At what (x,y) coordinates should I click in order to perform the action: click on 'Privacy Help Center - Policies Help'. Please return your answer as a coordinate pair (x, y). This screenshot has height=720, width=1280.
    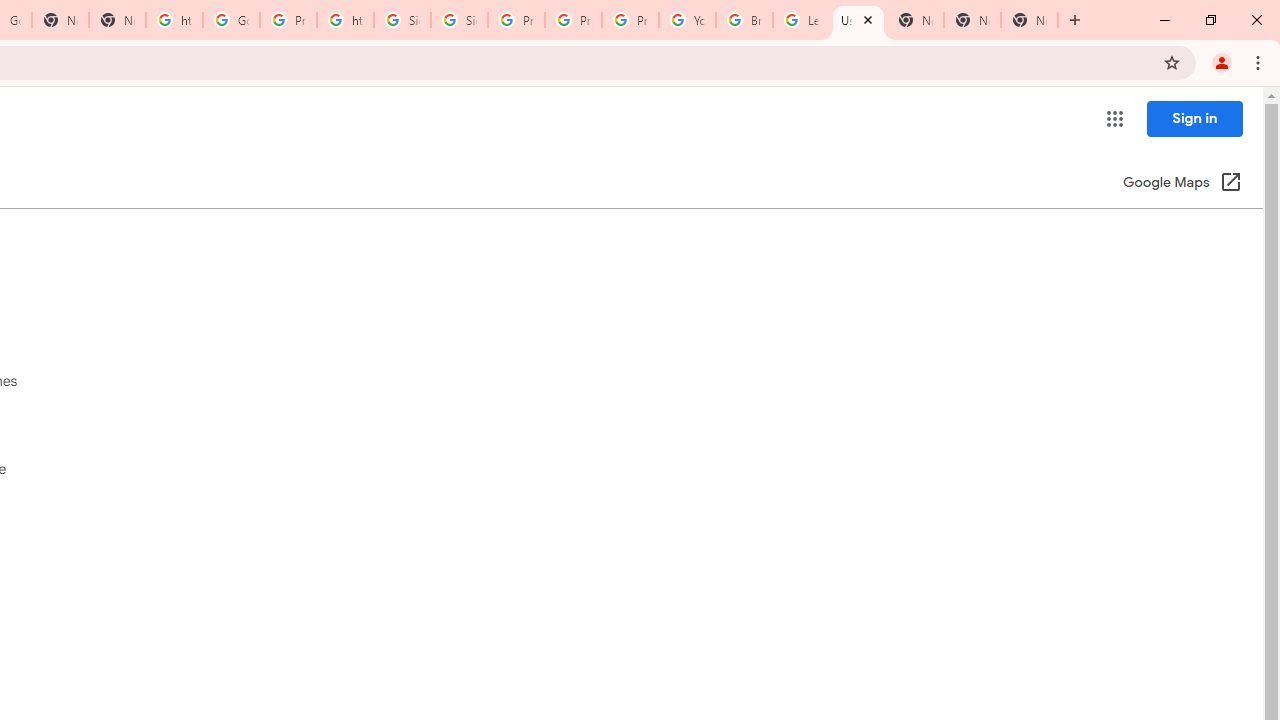
    Looking at the image, I should click on (572, 20).